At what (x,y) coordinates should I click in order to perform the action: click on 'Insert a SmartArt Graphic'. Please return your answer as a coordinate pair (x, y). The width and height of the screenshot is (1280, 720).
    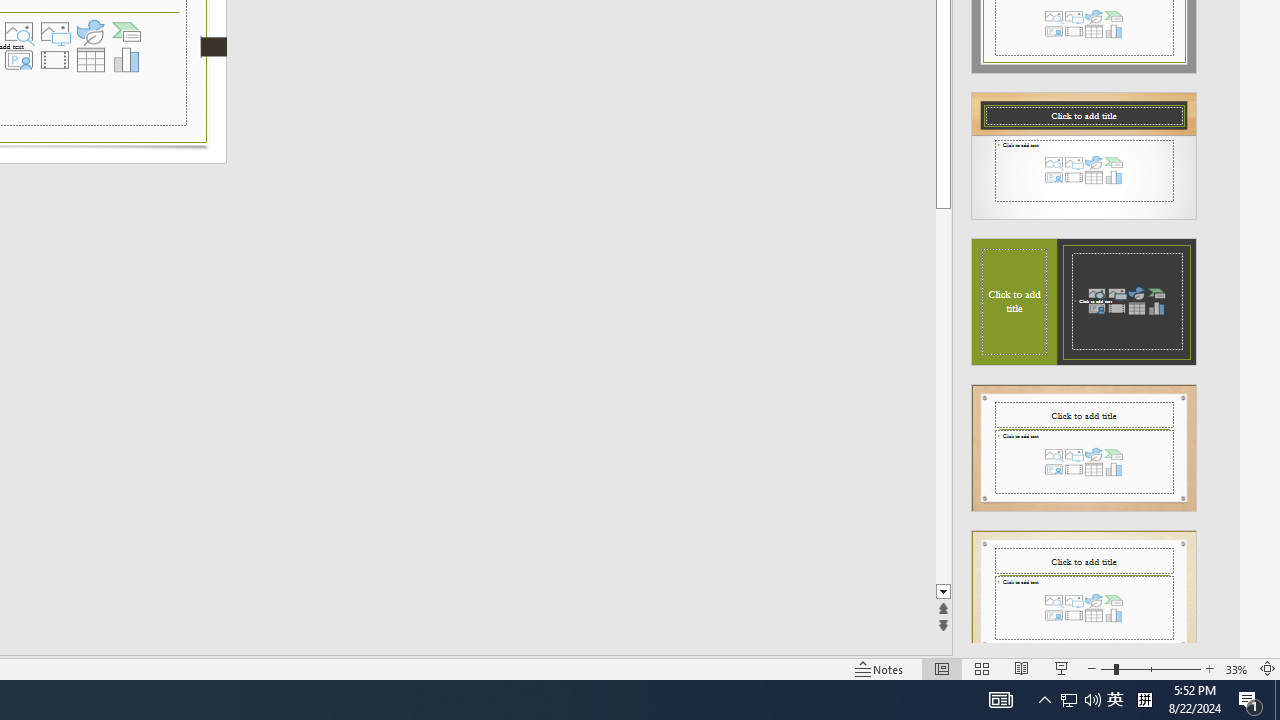
    Looking at the image, I should click on (126, 32).